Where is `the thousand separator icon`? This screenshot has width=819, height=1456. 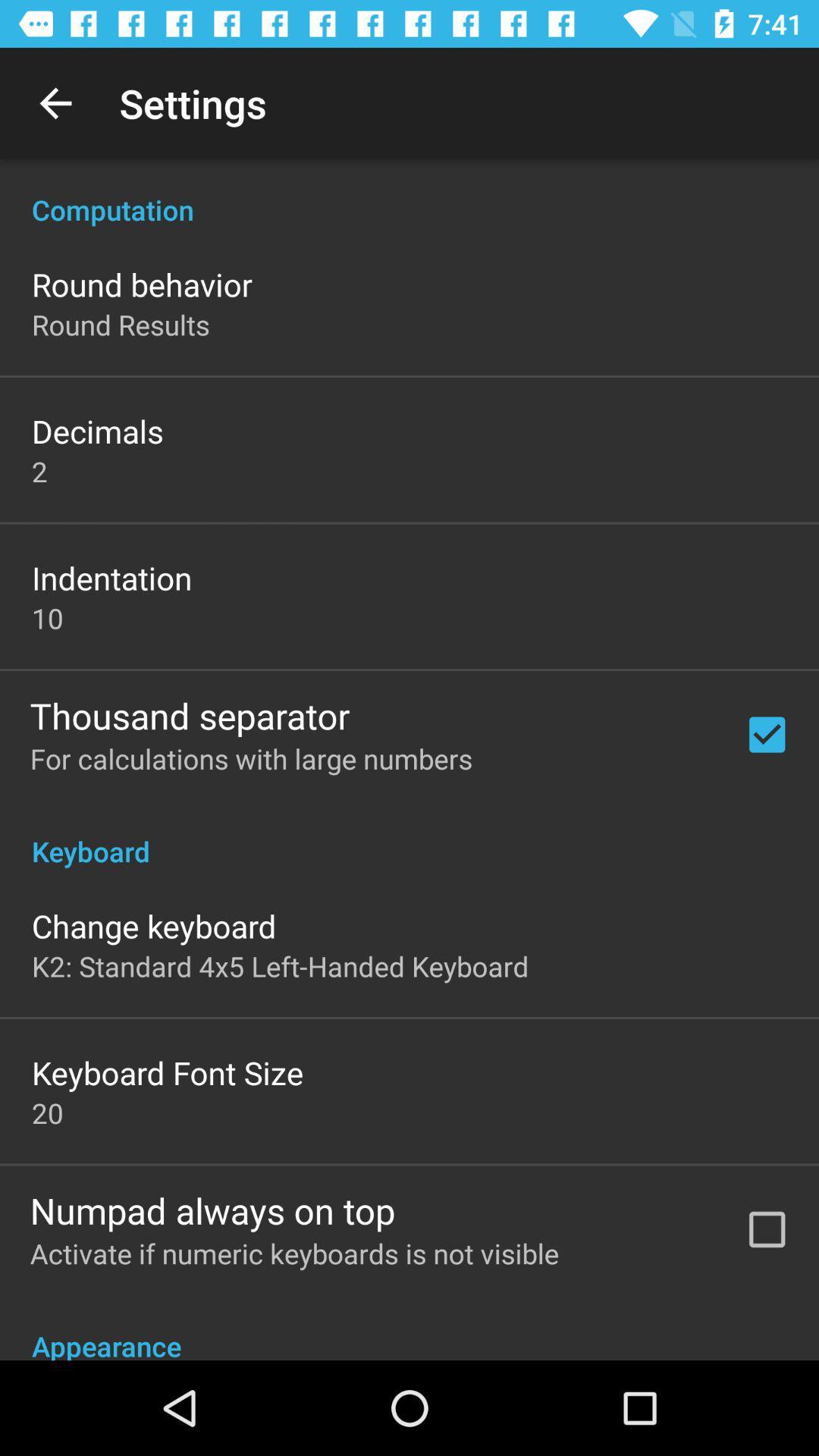 the thousand separator icon is located at coordinates (189, 714).